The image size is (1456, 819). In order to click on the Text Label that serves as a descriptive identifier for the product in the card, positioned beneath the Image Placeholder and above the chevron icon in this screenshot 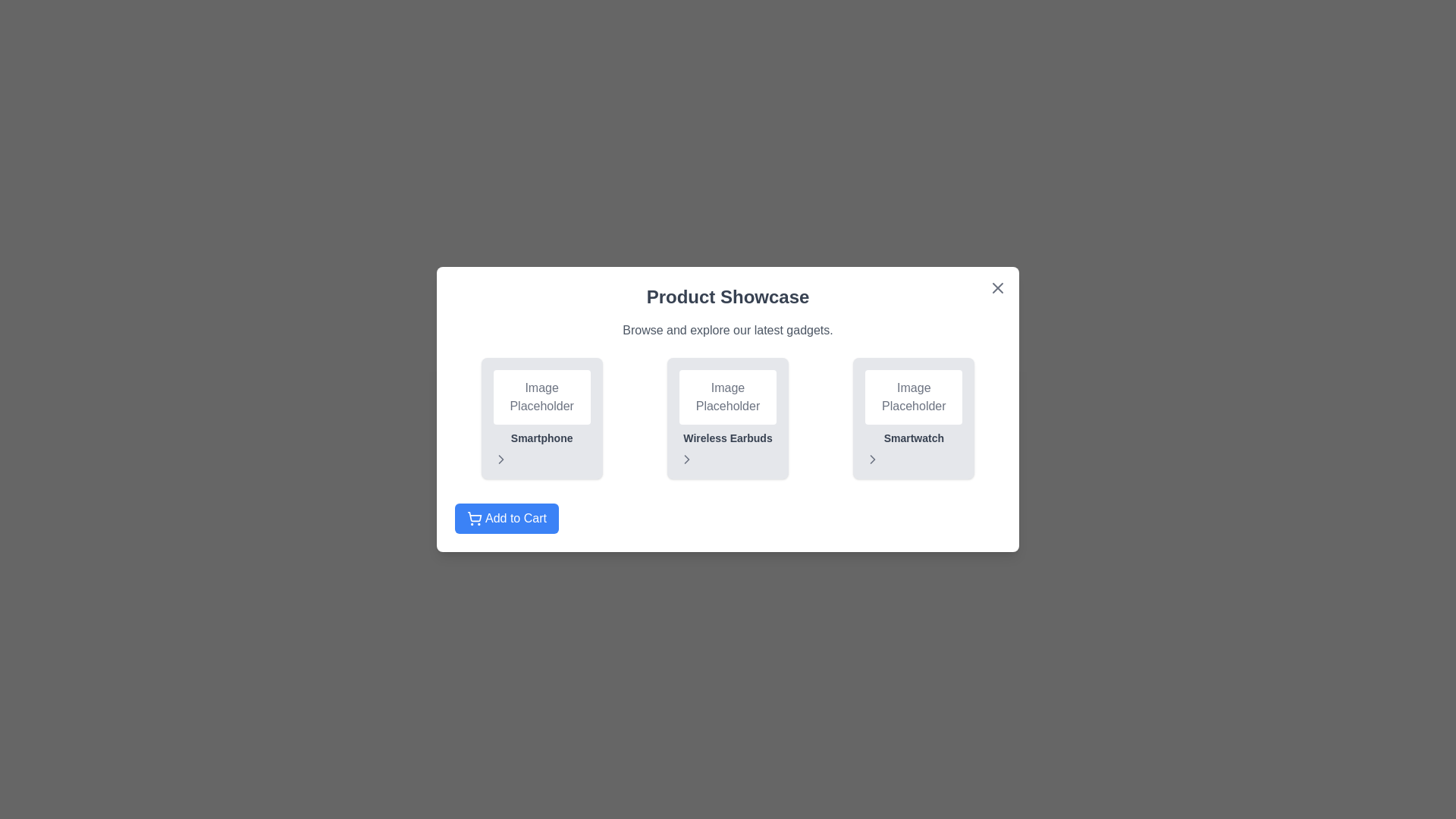, I will do `click(541, 438)`.